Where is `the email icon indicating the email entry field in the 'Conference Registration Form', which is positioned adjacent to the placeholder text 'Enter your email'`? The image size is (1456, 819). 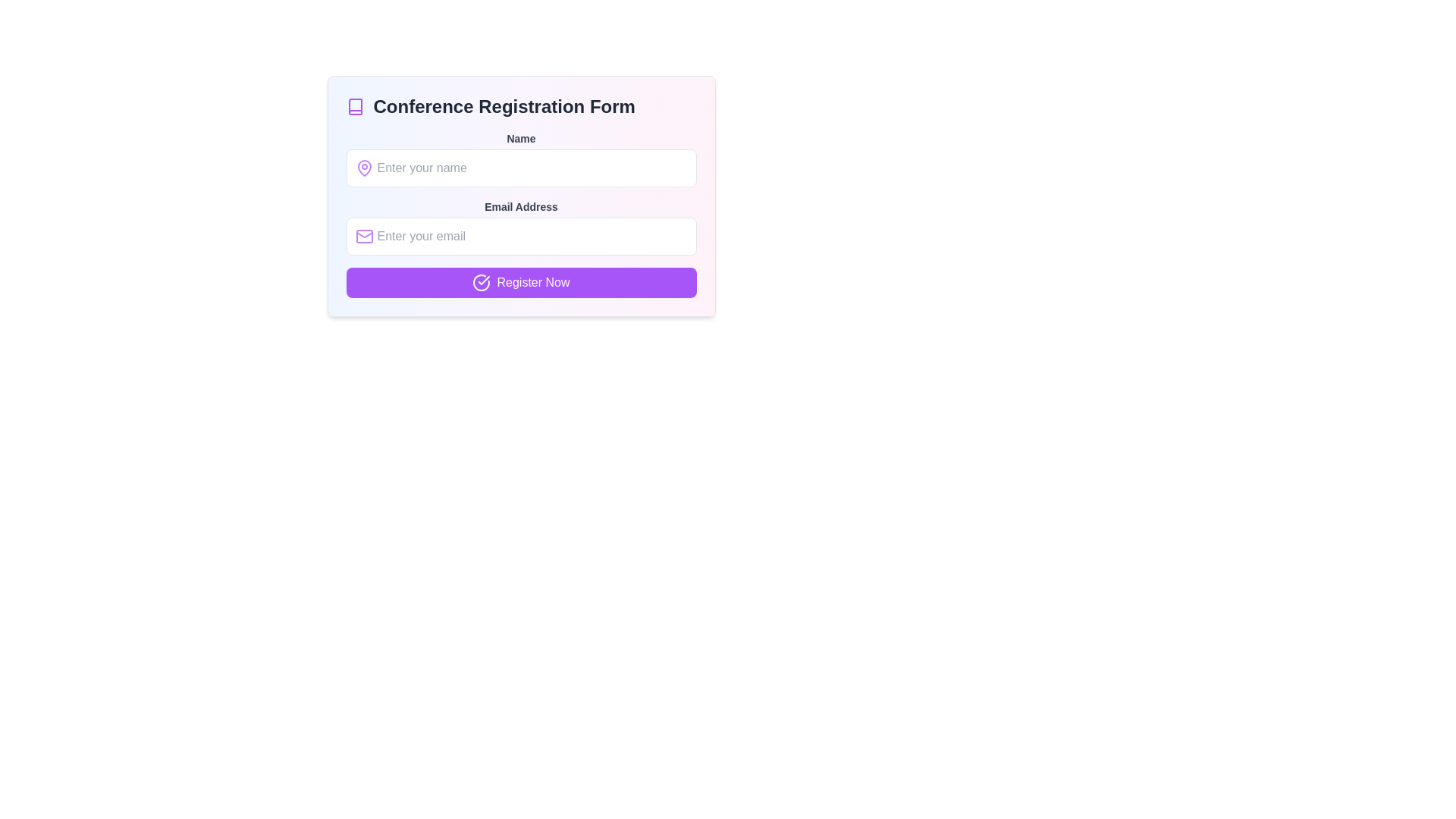 the email icon indicating the email entry field in the 'Conference Registration Form', which is positioned adjacent to the placeholder text 'Enter your email' is located at coordinates (364, 237).